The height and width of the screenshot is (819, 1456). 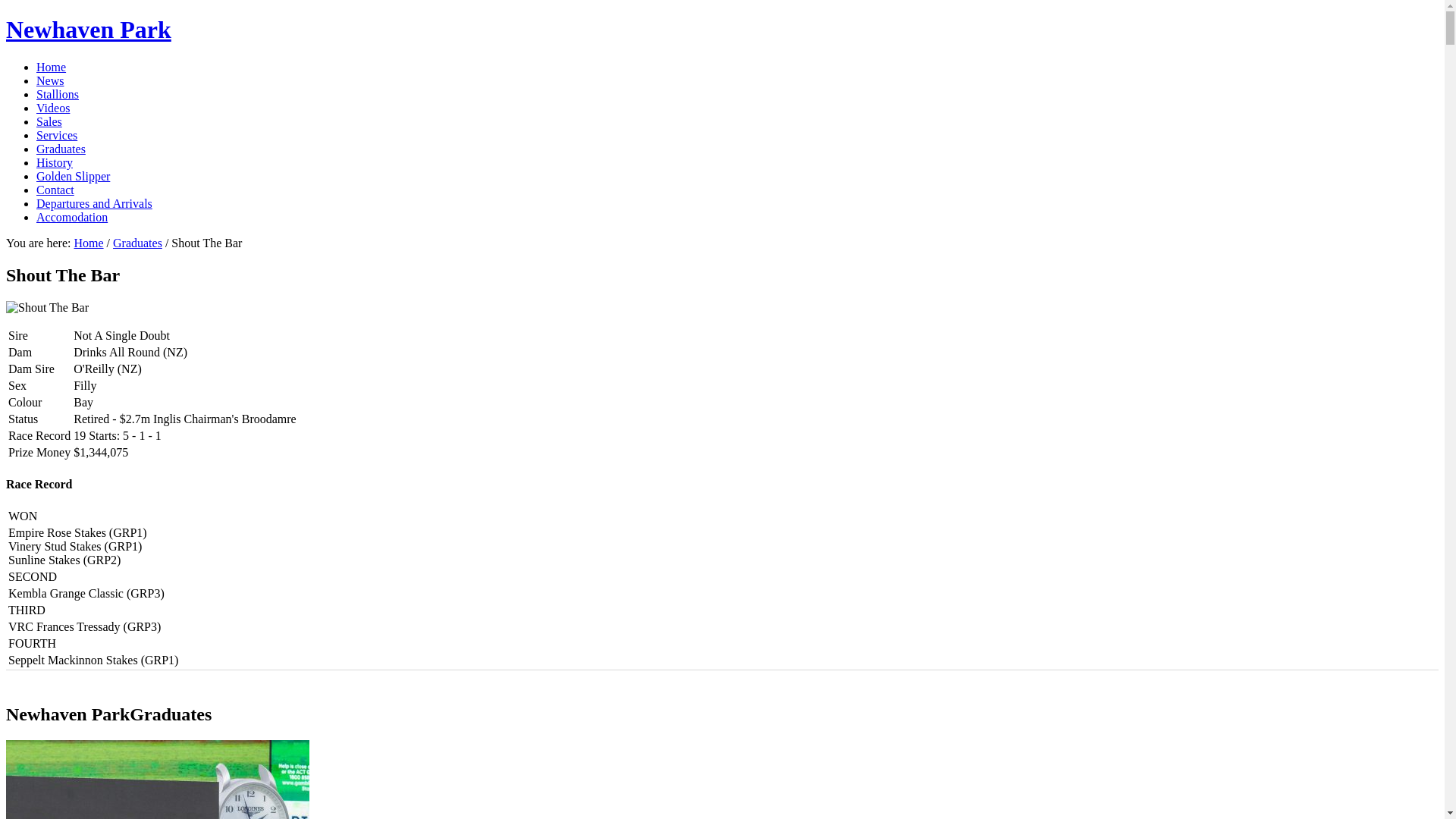 What do you see at coordinates (137, 242) in the screenshot?
I see `'Graduates'` at bounding box center [137, 242].